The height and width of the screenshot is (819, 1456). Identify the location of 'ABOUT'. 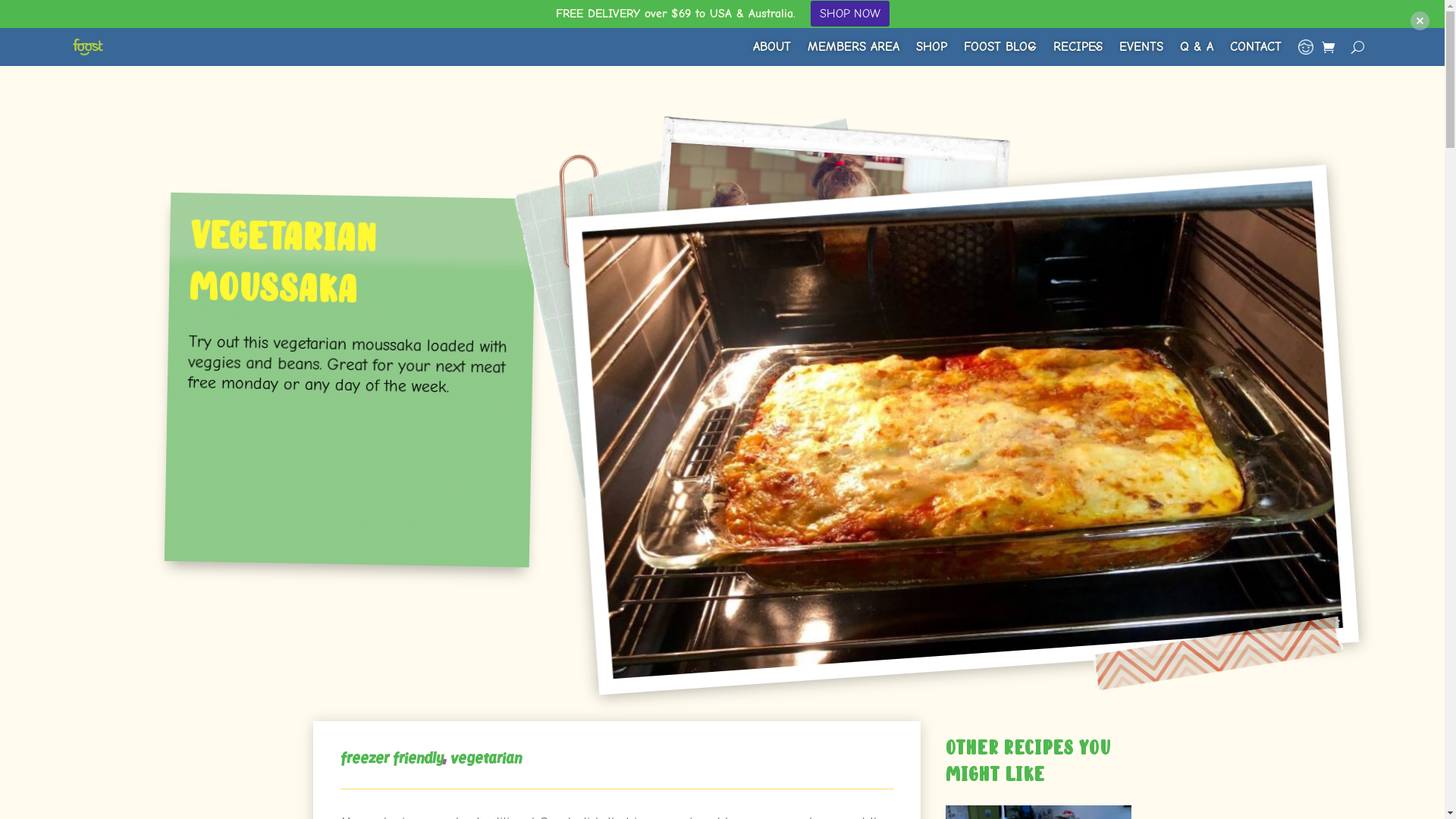
(771, 45).